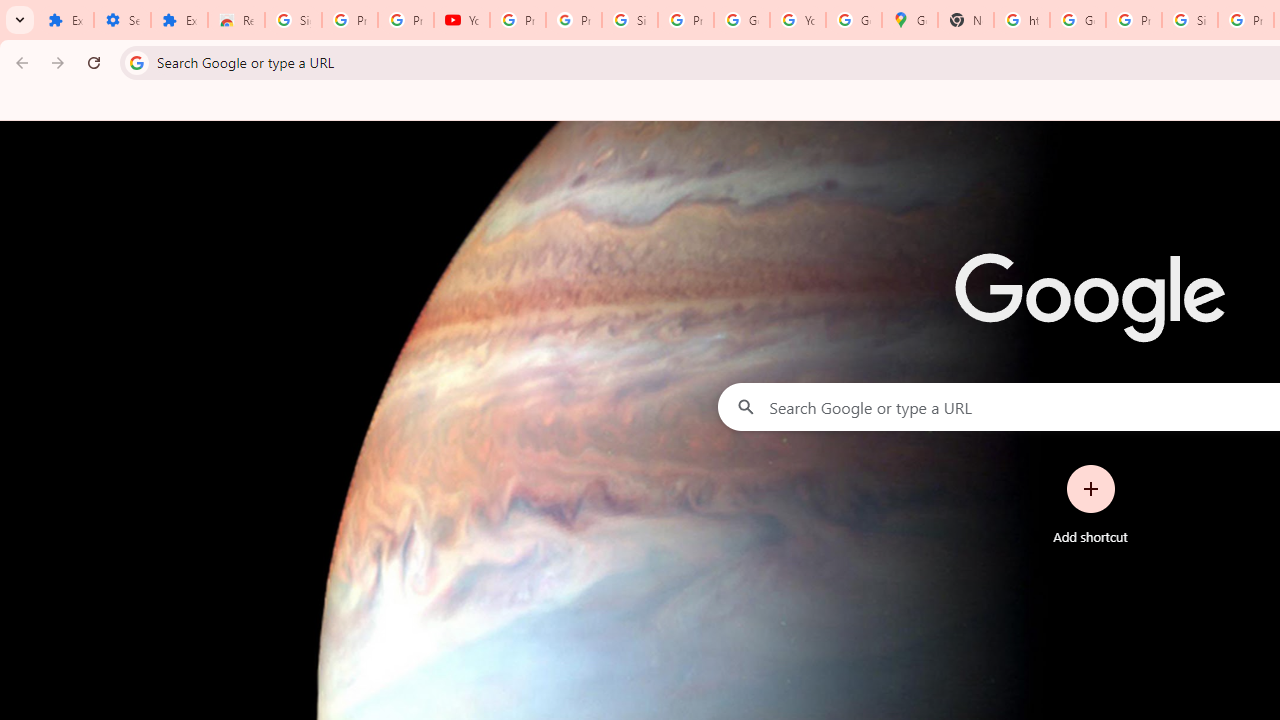 This screenshot has width=1280, height=720. I want to click on 'Google Account', so click(741, 20).